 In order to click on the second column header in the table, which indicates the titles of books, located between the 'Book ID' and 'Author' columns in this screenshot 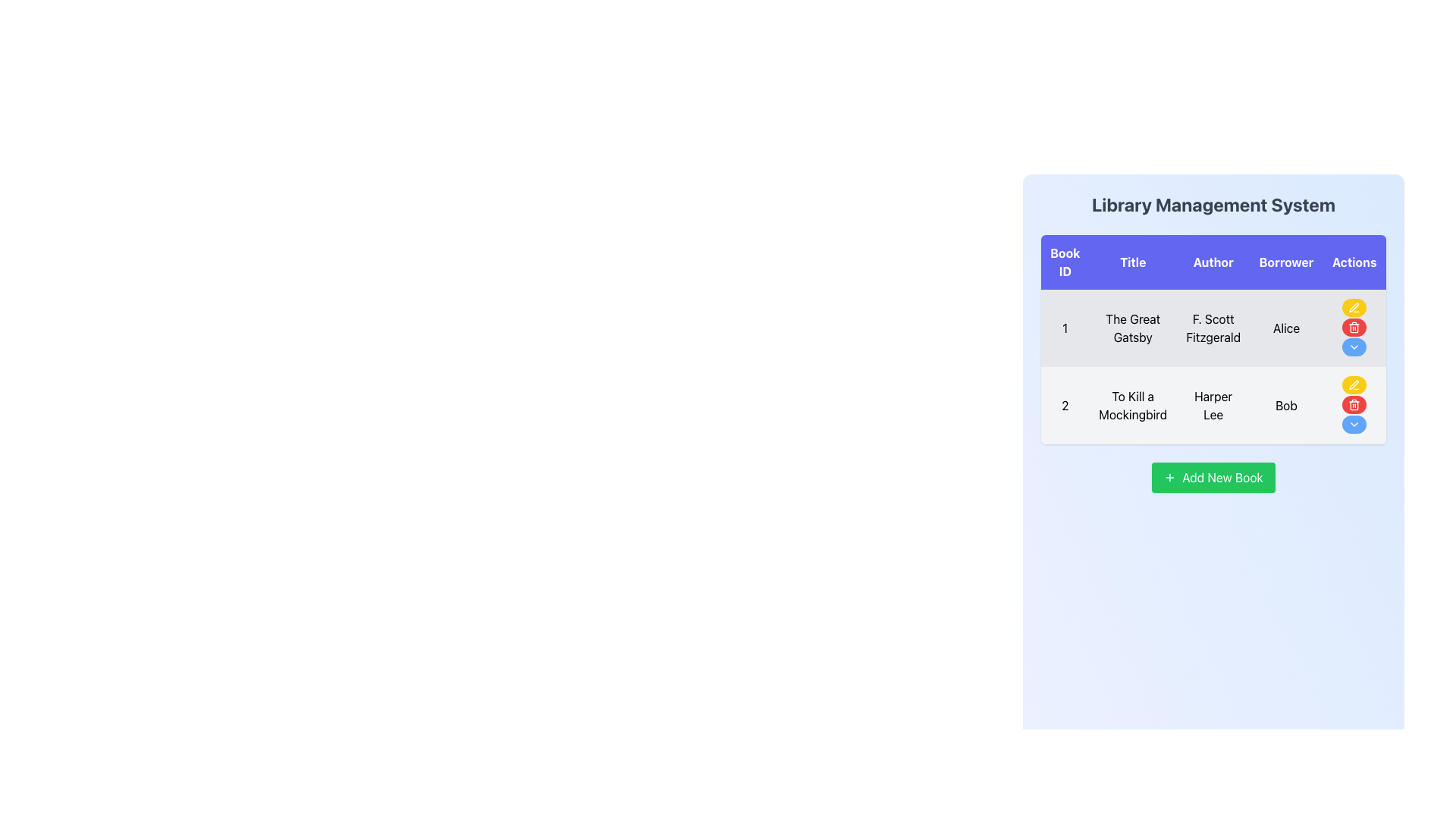, I will do `click(1133, 262)`.